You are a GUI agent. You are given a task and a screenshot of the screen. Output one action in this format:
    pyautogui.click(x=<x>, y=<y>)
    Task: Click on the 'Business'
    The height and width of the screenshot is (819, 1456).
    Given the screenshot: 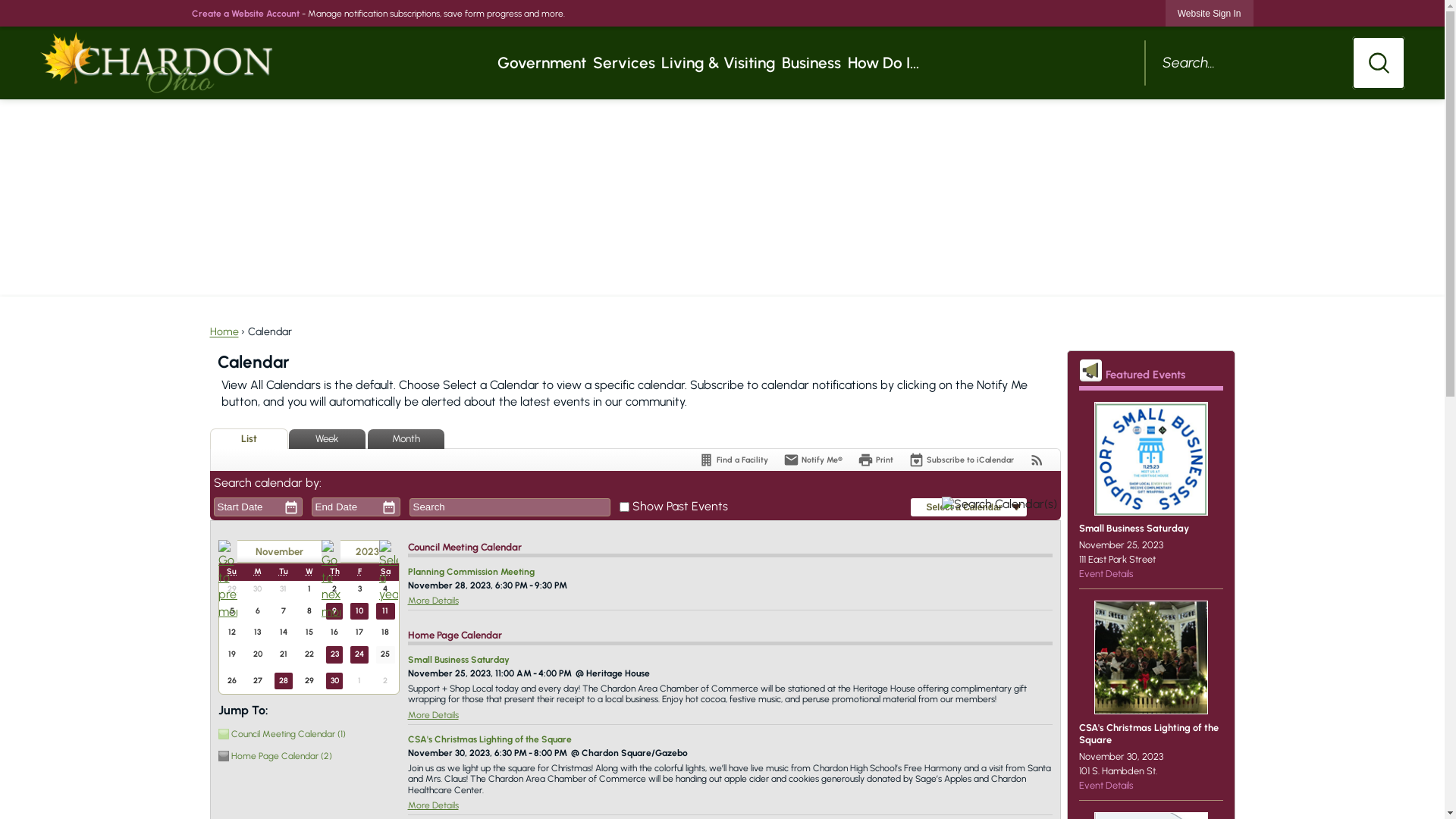 What is the action you would take?
    pyautogui.click(x=811, y=62)
    